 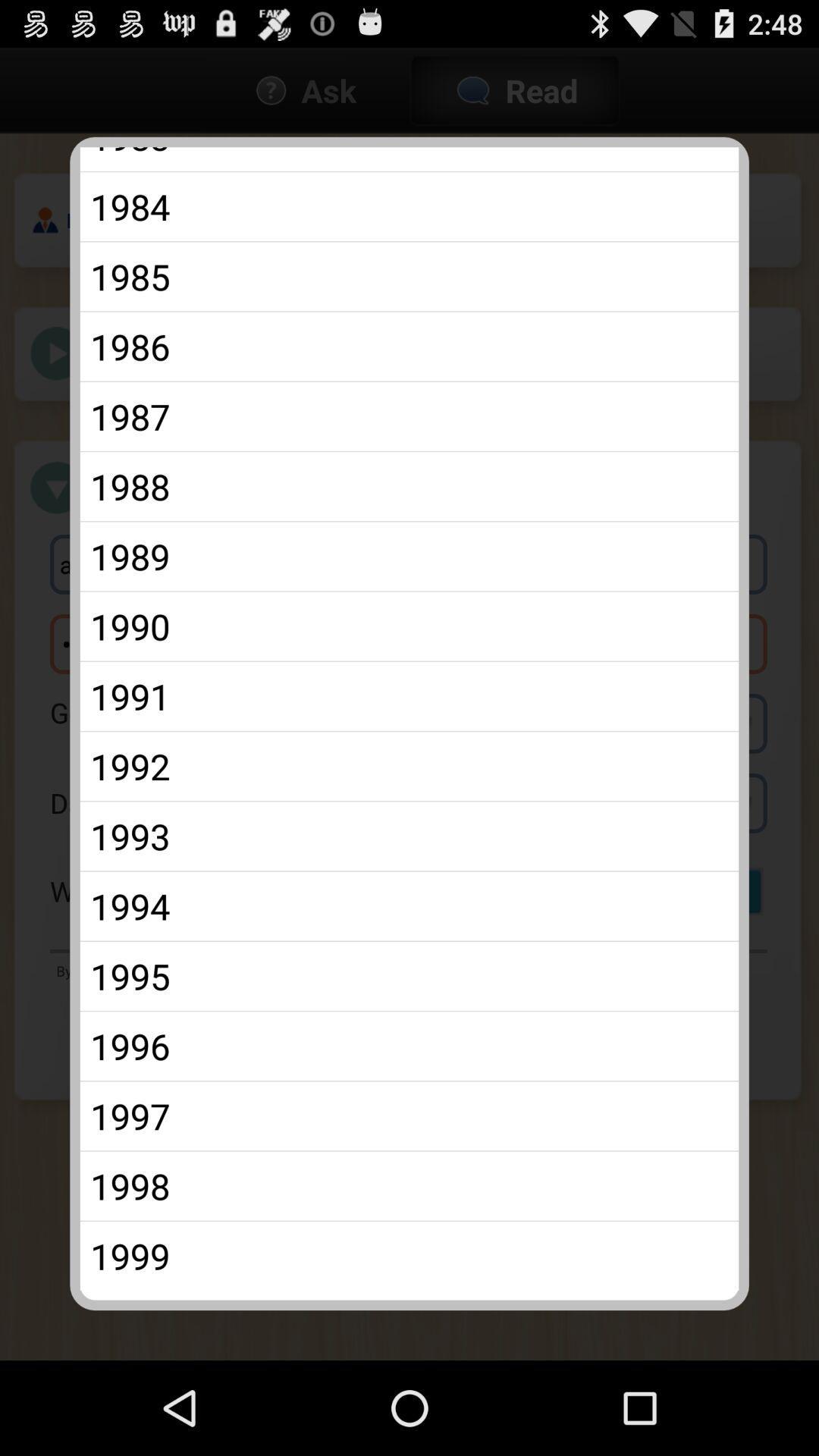 What do you see at coordinates (409, 766) in the screenshot?
I see `the item above the 1993 item` at bounding box center [409, 766].